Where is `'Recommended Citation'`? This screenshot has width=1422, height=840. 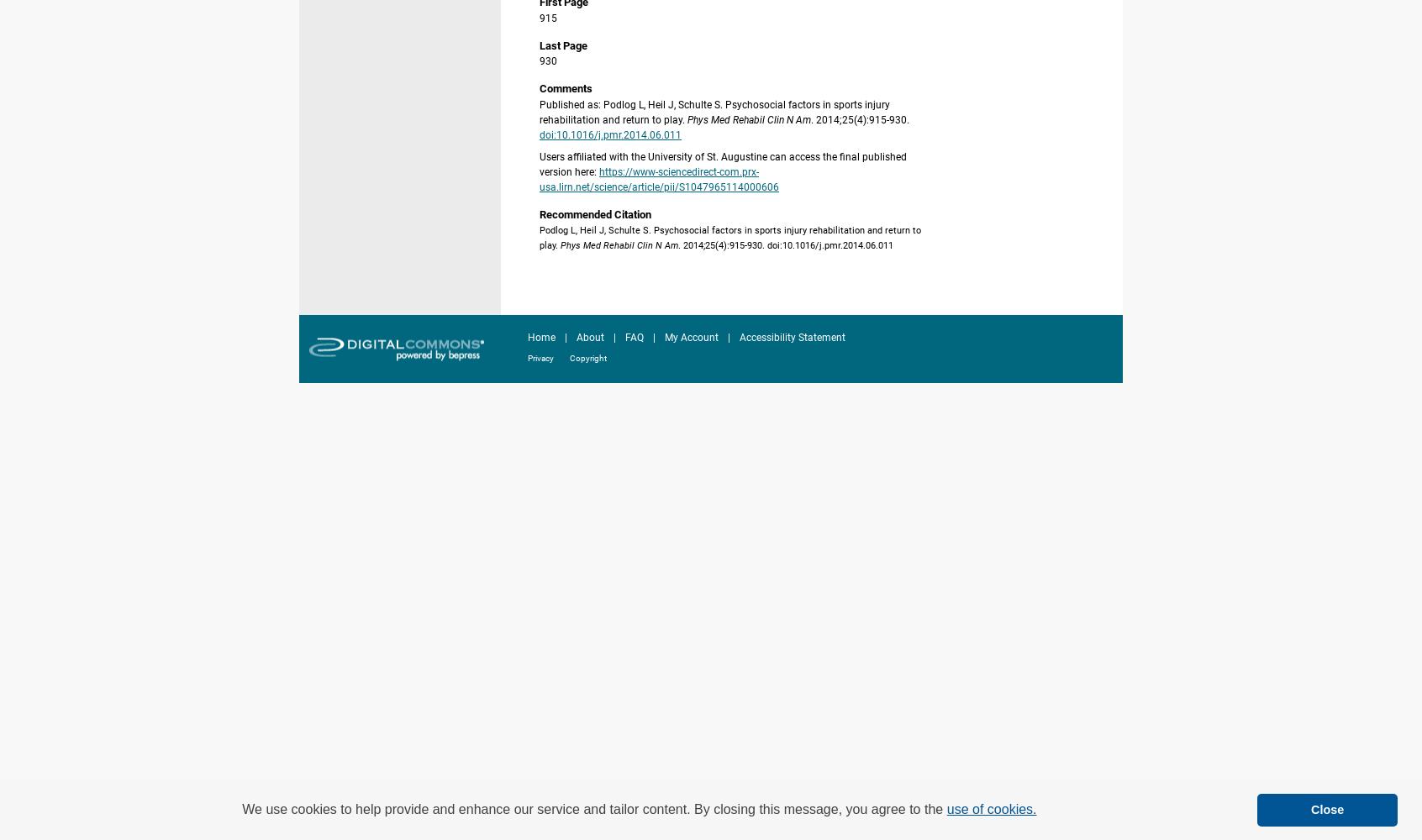 'Recommended Citation' is located at coordinates (594, 213).